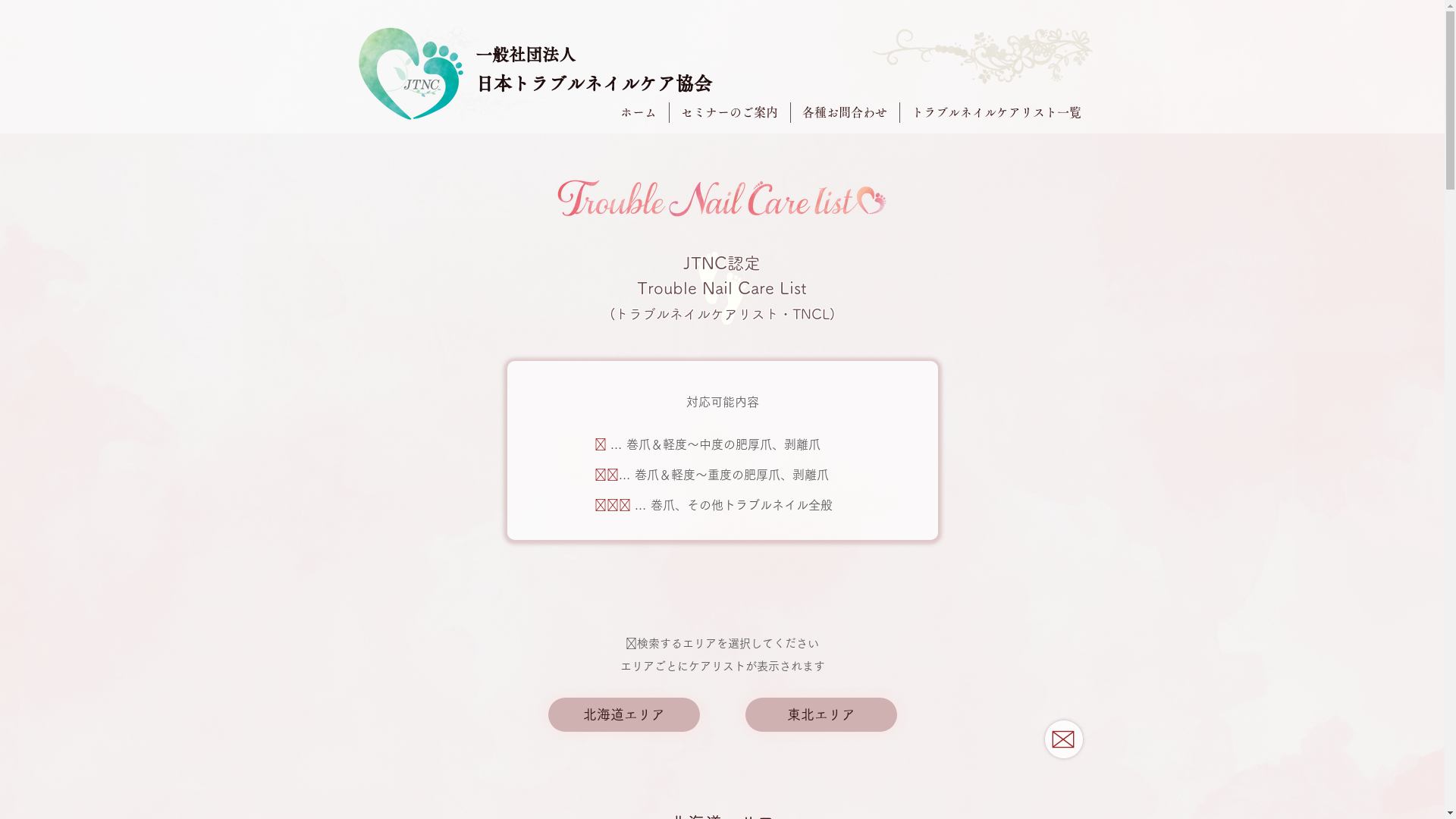  What do you see at coordinates (410, 73) in the screenshot?
I see `'MinamoNail JTNC_LOGO_11markmain.png'` at bounding box center [410, 73].